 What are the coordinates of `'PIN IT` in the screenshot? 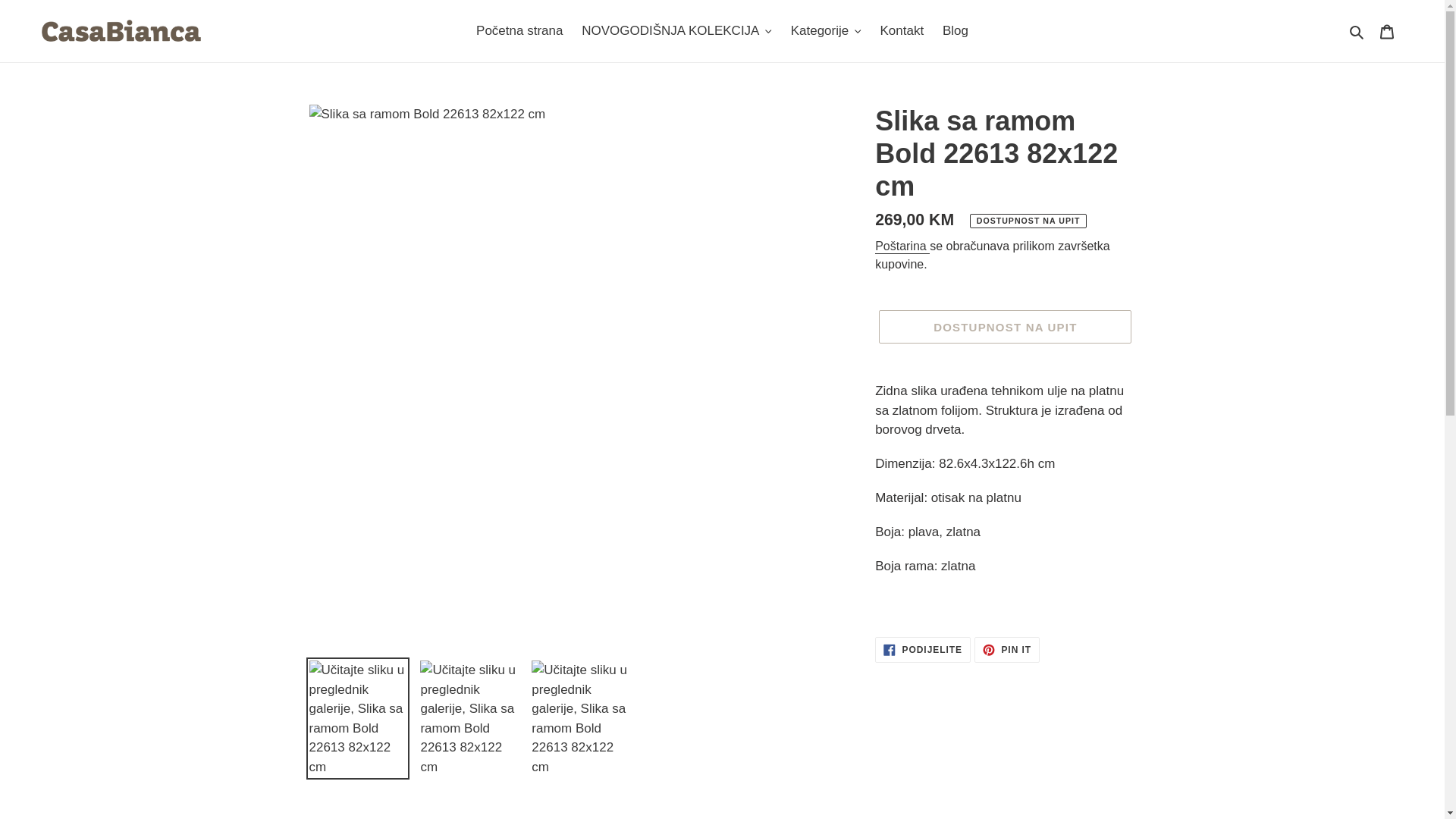 It's located at (1007, 648).